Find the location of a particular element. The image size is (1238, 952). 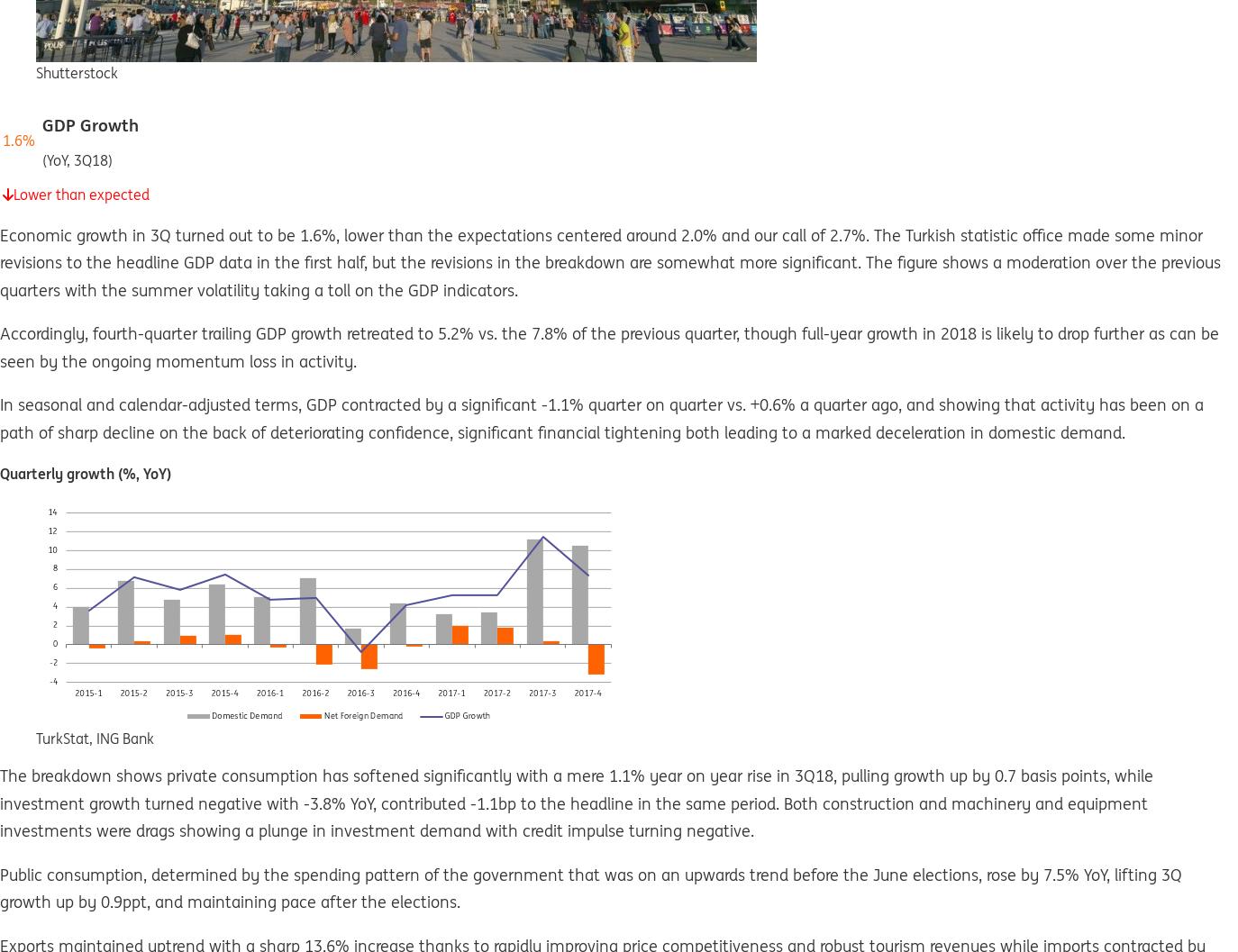

'Accordingly, fourth-quarter trailing GDP growth retreated to 5.2% vs. the 7.8% of the previous quarter, though full-year growth in 2018 is likely to drop further as can be seen by the ongoing momentum loss in activity.' is located at coordinates (609, 346).